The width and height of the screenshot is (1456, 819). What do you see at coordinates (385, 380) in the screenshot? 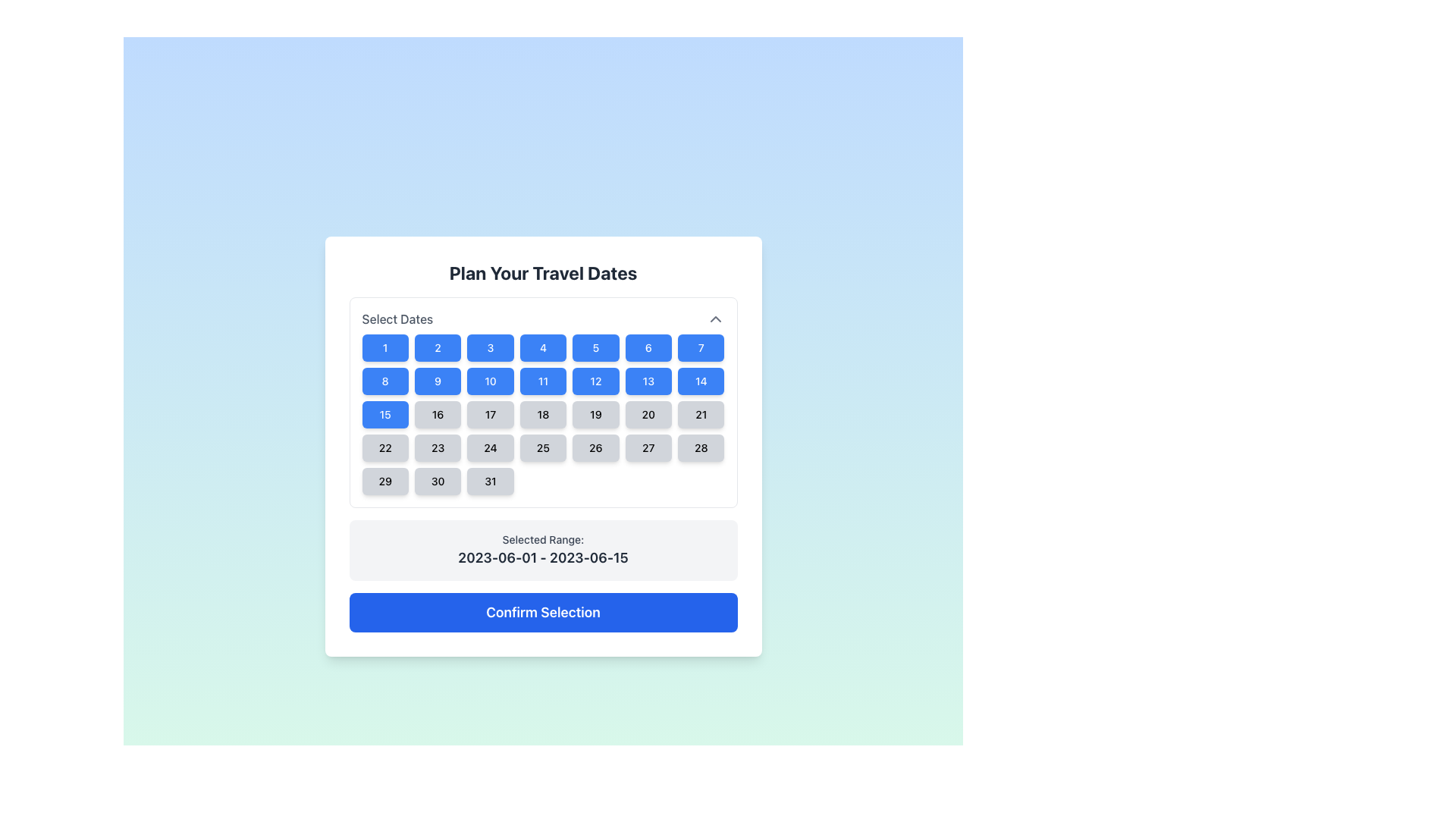
I see `the blue circular button labeled '8' located in the 'Select Dates' section` at bounding box center [385, 380].